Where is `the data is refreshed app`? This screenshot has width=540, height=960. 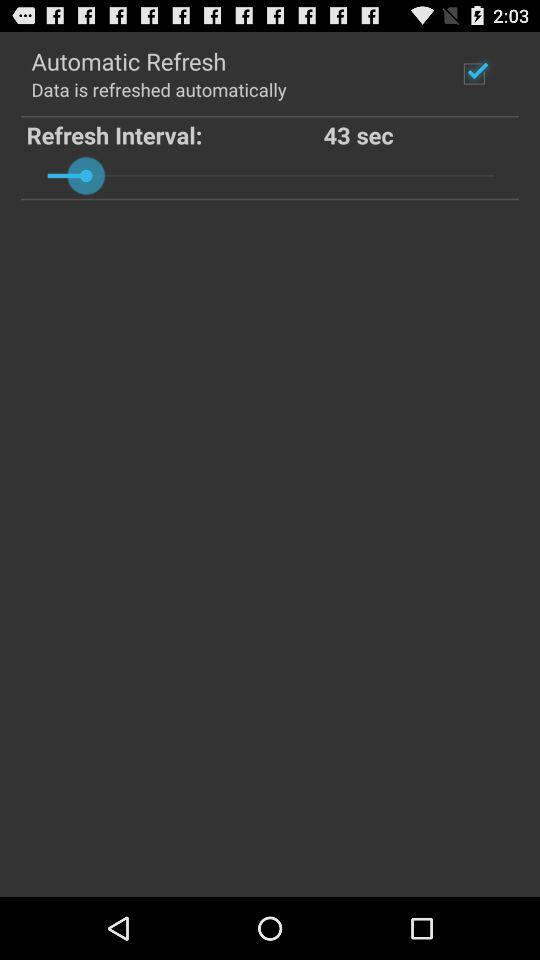 the data is refreshed app is located at coordinates (157, 89).